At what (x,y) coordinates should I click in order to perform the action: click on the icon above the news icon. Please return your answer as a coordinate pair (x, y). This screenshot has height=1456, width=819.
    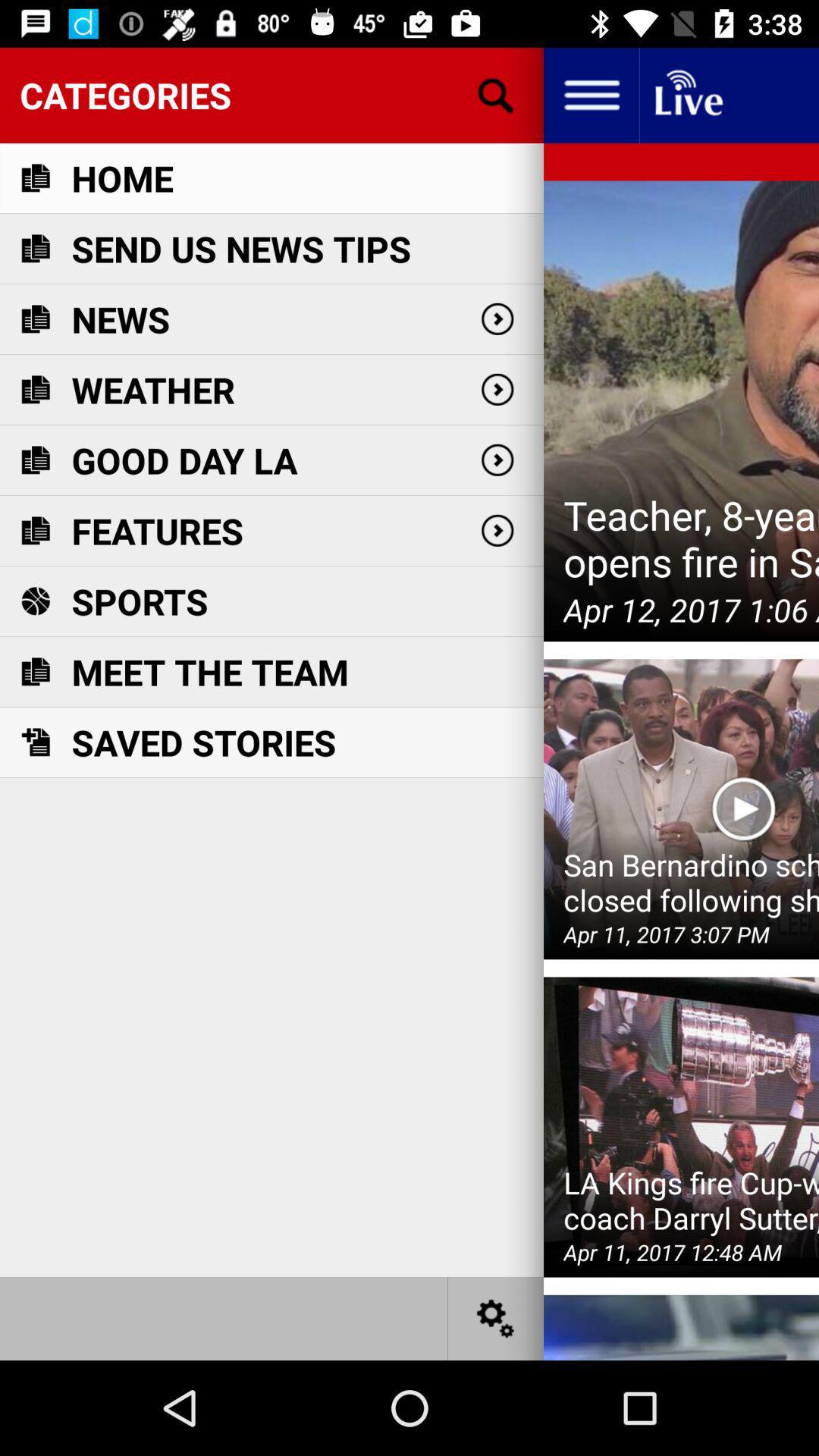
    Looking at the image, I should click on (240, 249).